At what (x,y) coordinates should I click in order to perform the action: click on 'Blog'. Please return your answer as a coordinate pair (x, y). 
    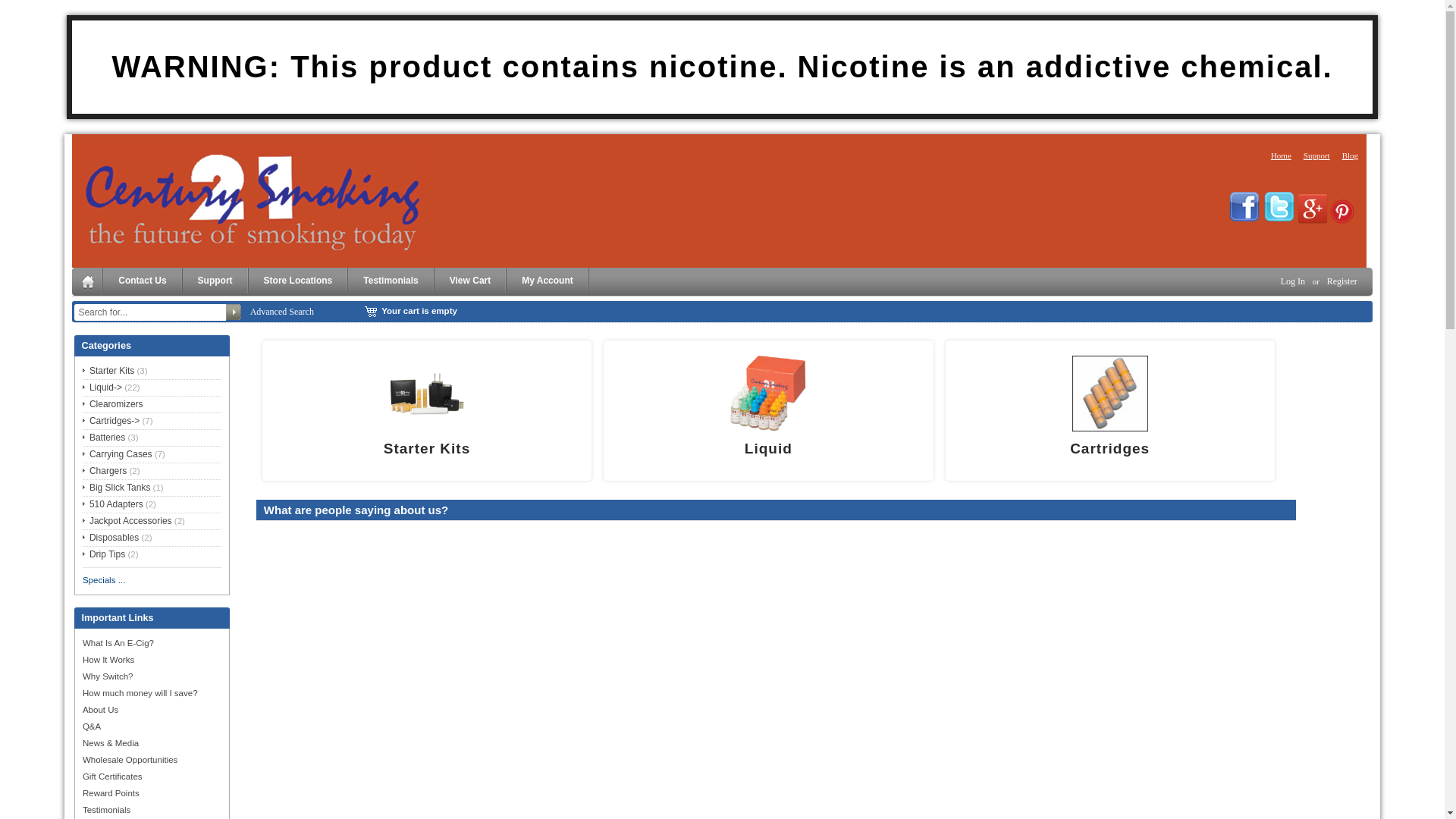
    Looking at the image, I should click on (1350, 155).